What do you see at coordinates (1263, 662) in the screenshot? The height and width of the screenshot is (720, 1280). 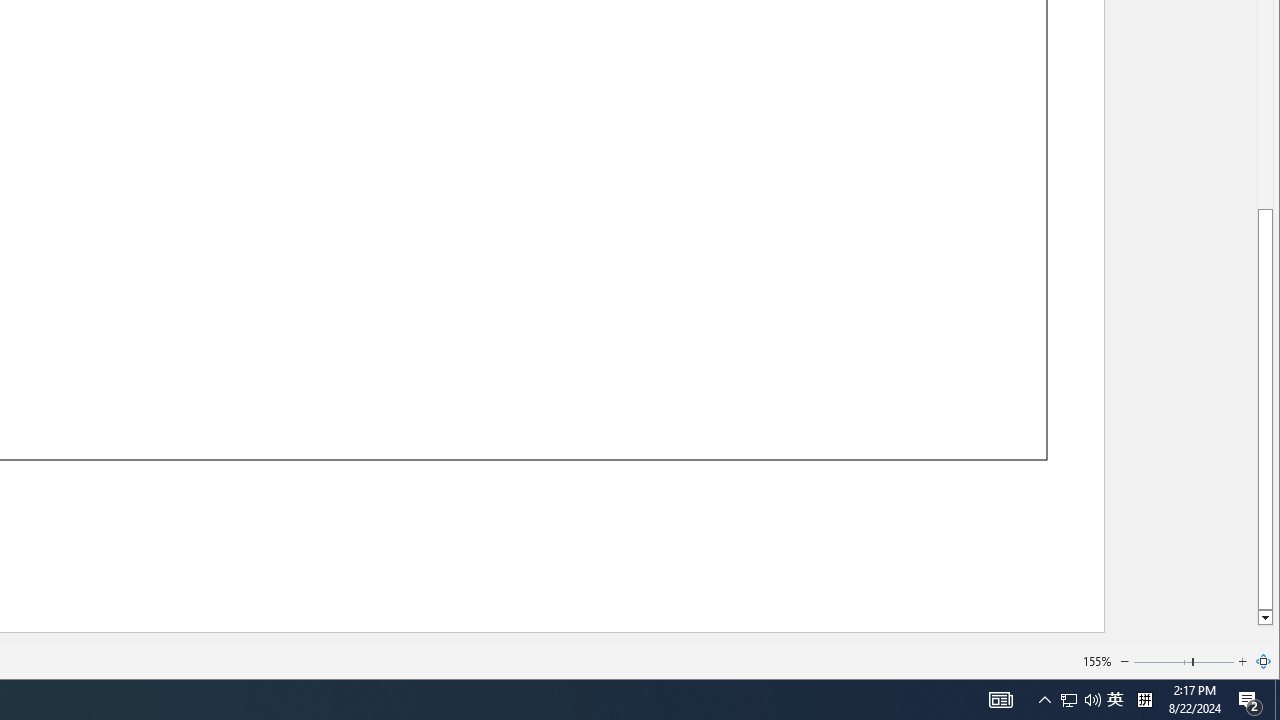 I see `'Zoom to Page'` at bounding box center [1263, 662].